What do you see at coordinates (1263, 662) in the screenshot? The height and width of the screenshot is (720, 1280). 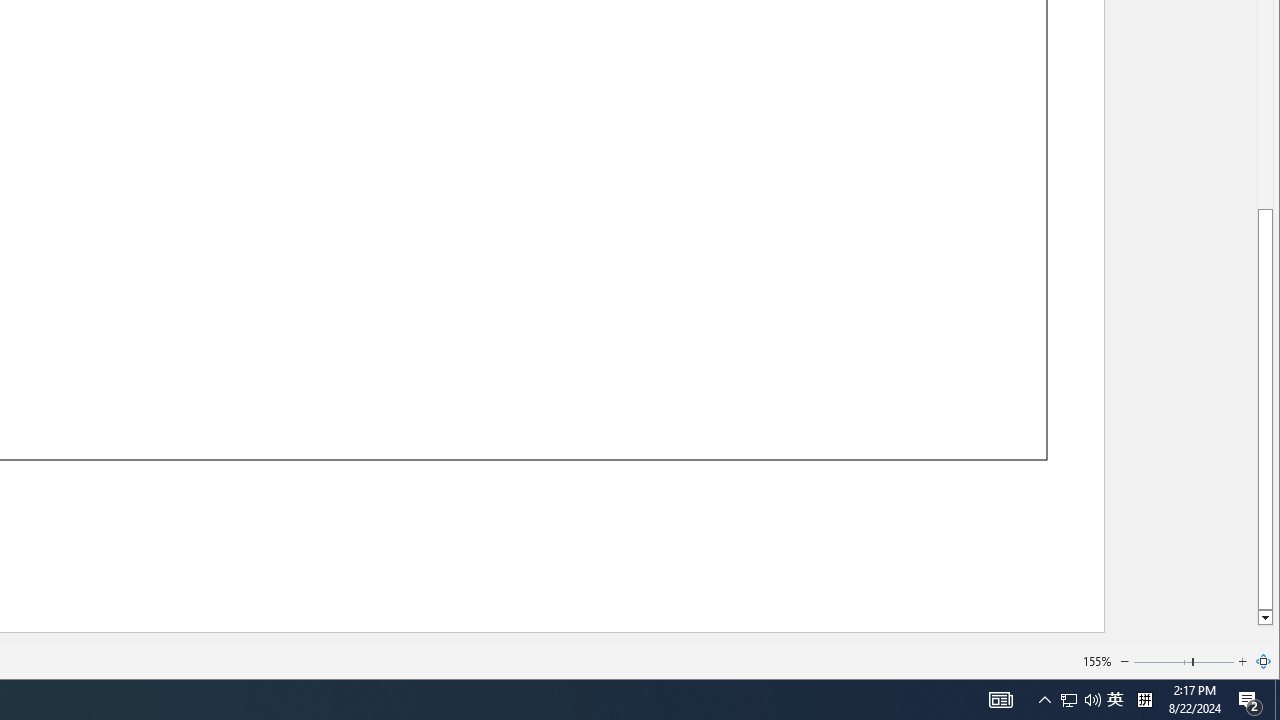 I see `'Zoom to Page'` at bounding box center [1263, 662].